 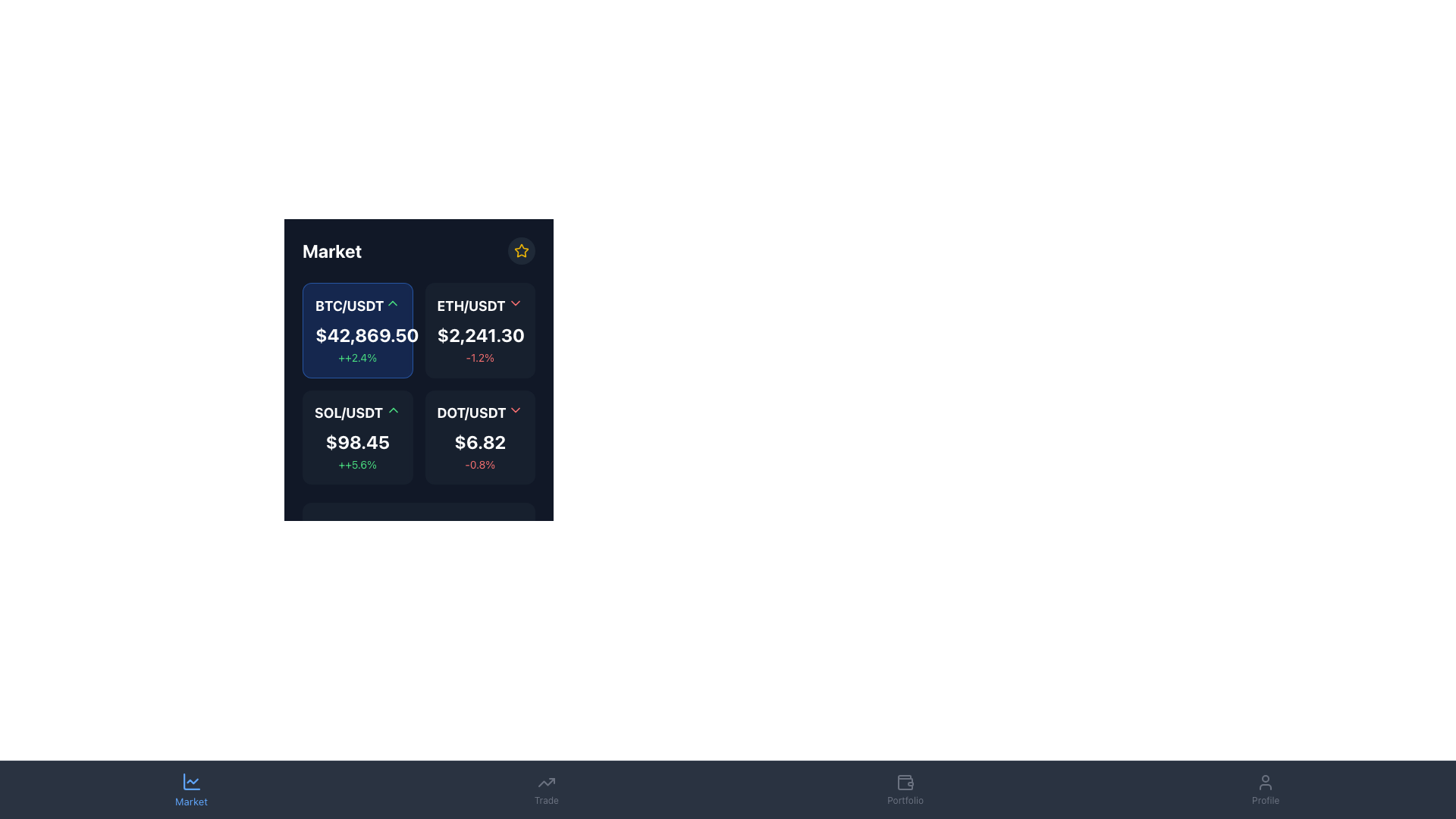 What do you see at coordinates (479, 329) in the screenshot?
I see `the trading card displaying the data for the trading pair 'ETH/USDT' located at the top-right of the grid layout` at bounding box center [479, 329].